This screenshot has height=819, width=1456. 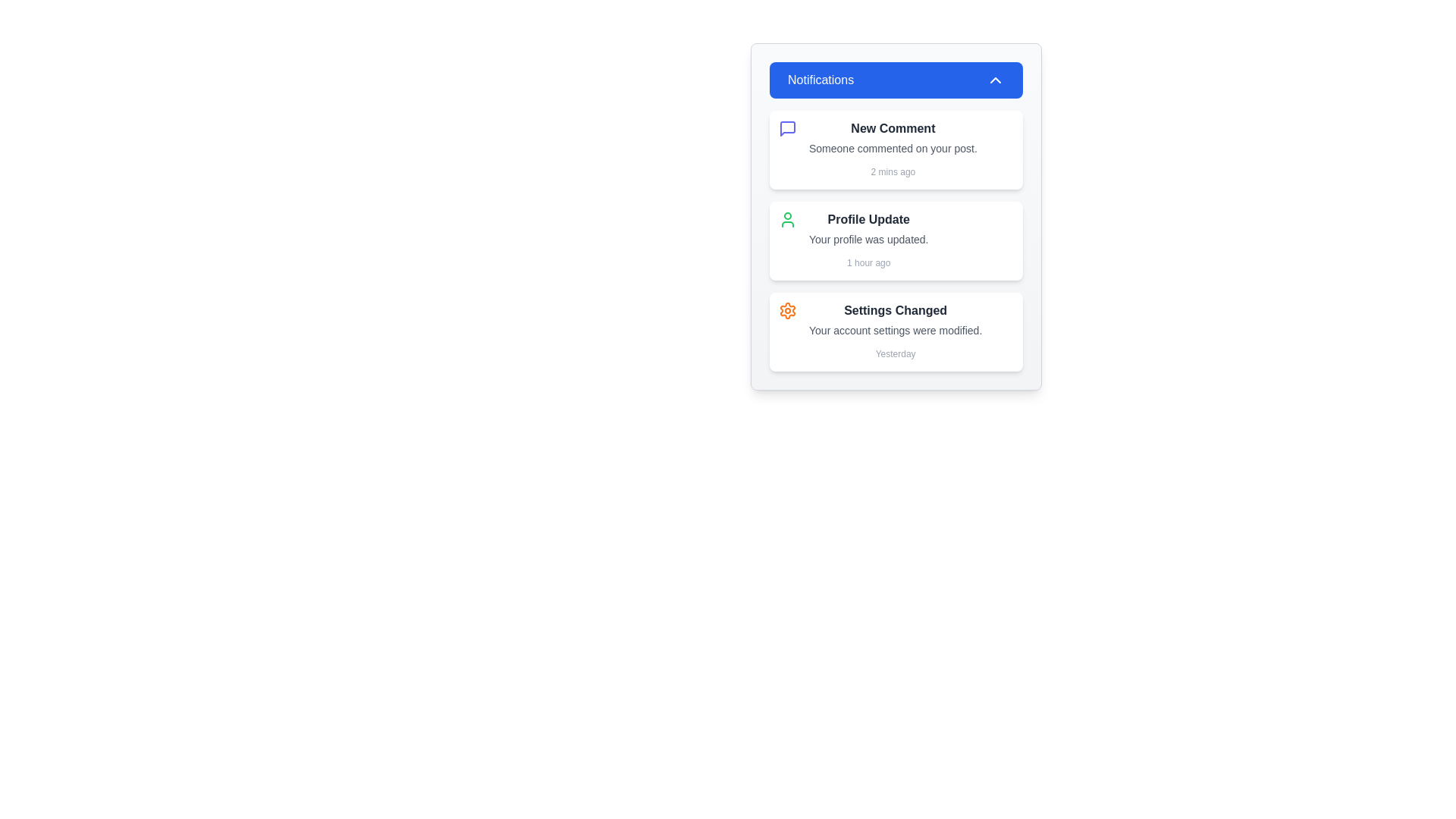 I want to click on the timestamp text label indicating when the 'Profile Update' notification occurred, which is positioned below 'Your profile was updated.', so click(x=868, y=262).